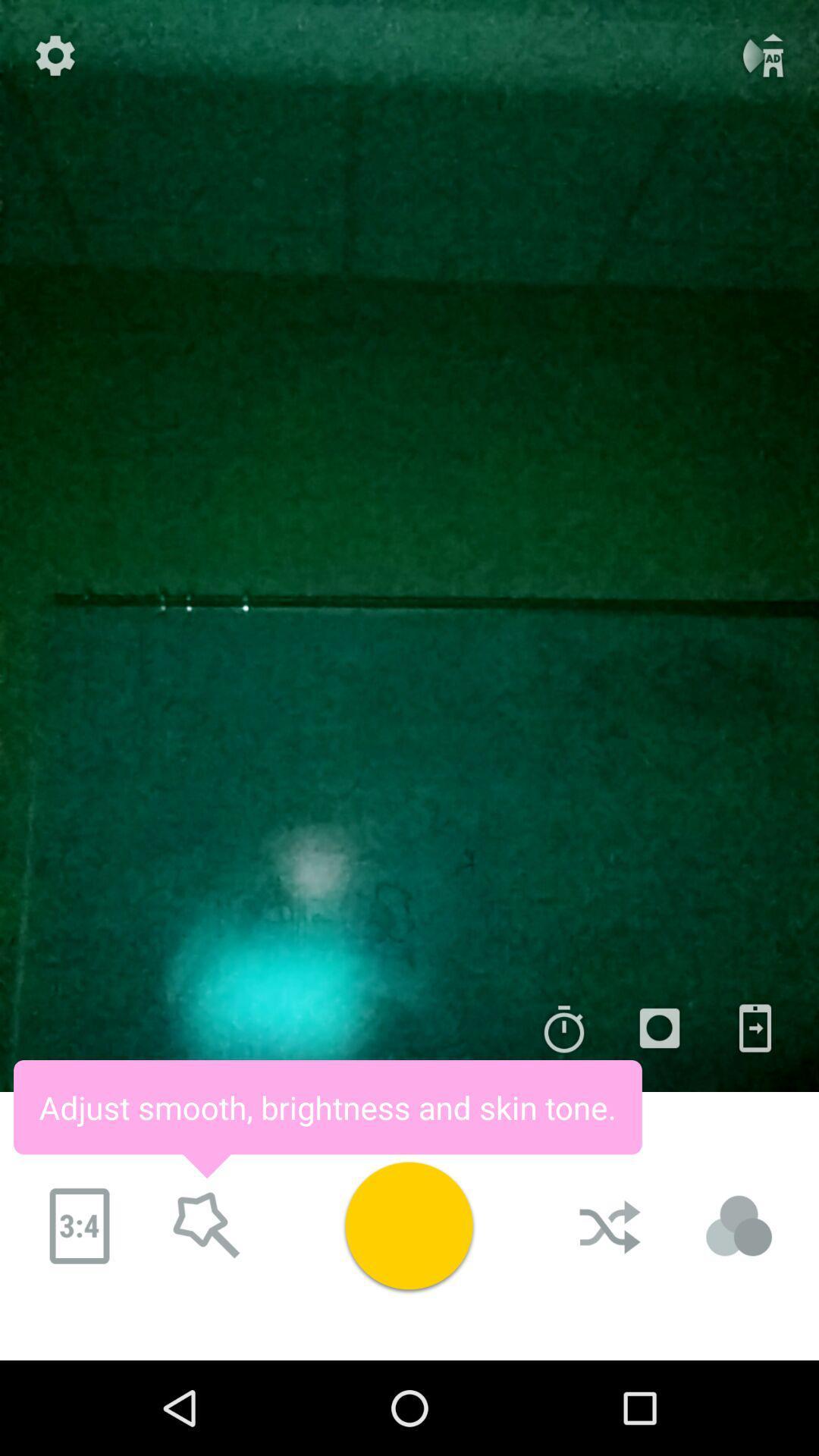 The image size is (819, 1456). What do you see at coordinates (755, 1028) in the screenshot?
I see `share the image` at bounding box center [755, 1028].